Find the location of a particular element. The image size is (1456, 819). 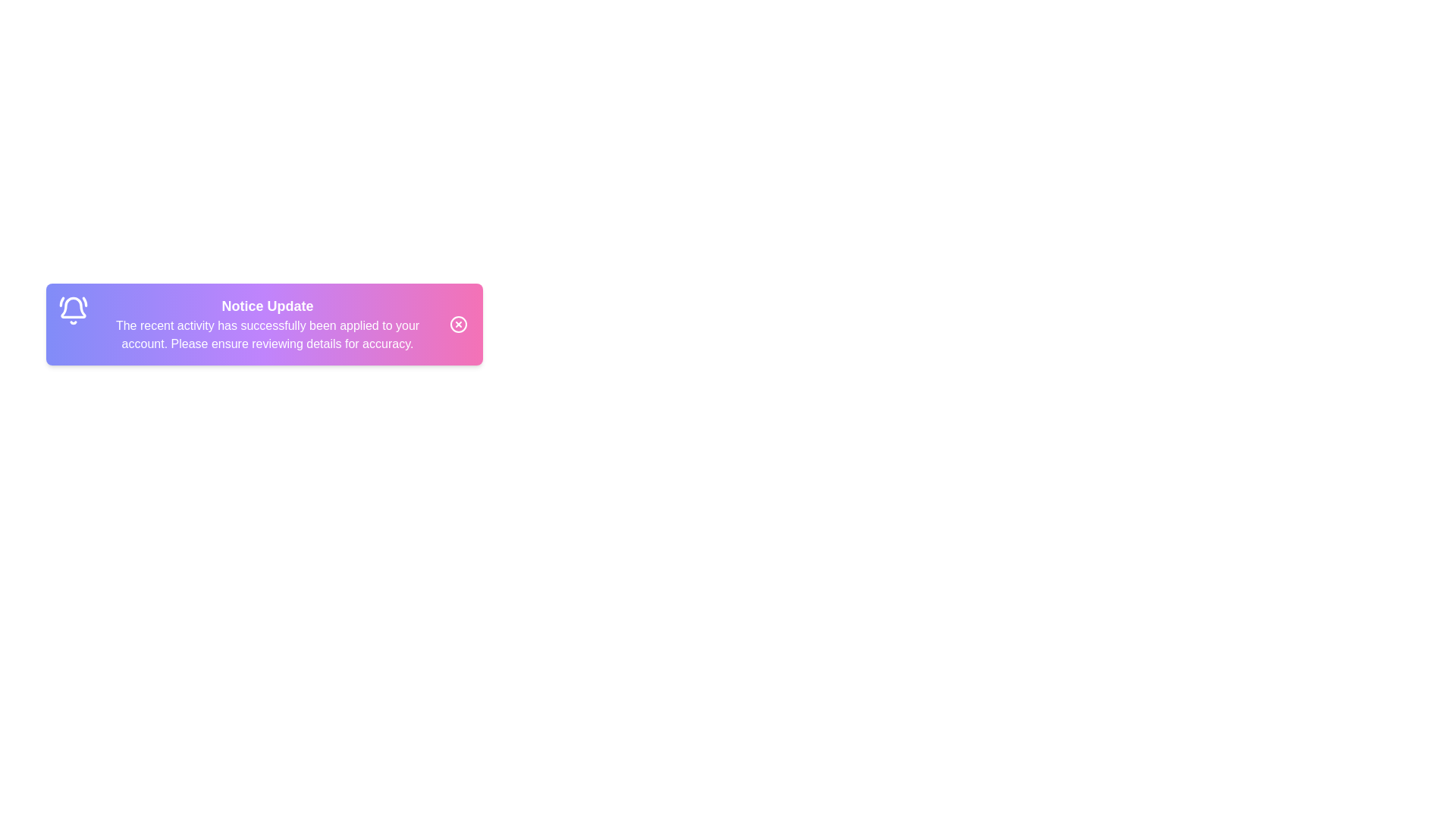

the close button to close the notification is located at coordinates (457, 324).